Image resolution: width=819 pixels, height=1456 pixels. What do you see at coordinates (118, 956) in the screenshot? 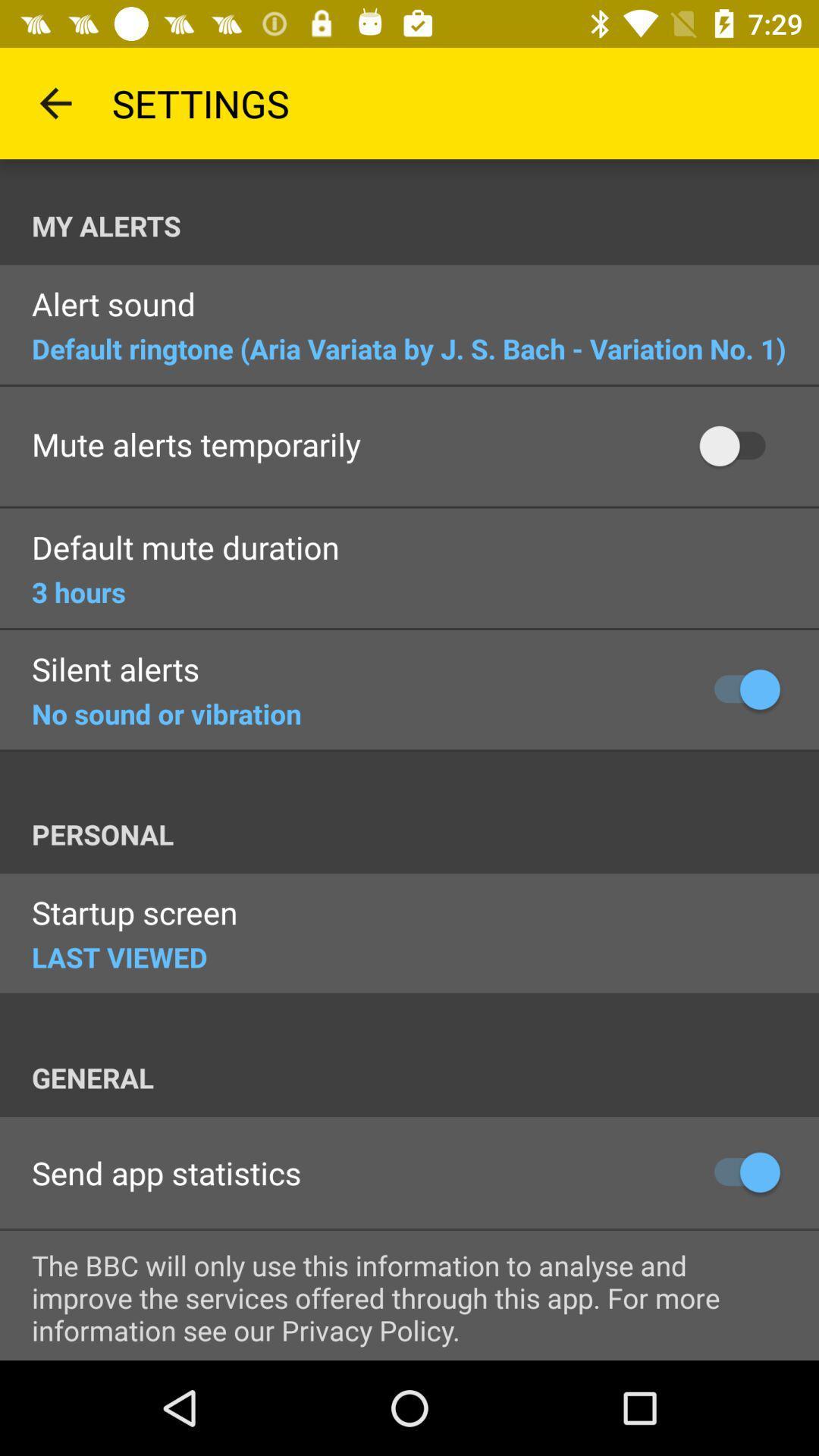
I see `item below startup screen` at bounding box center [118, 956].